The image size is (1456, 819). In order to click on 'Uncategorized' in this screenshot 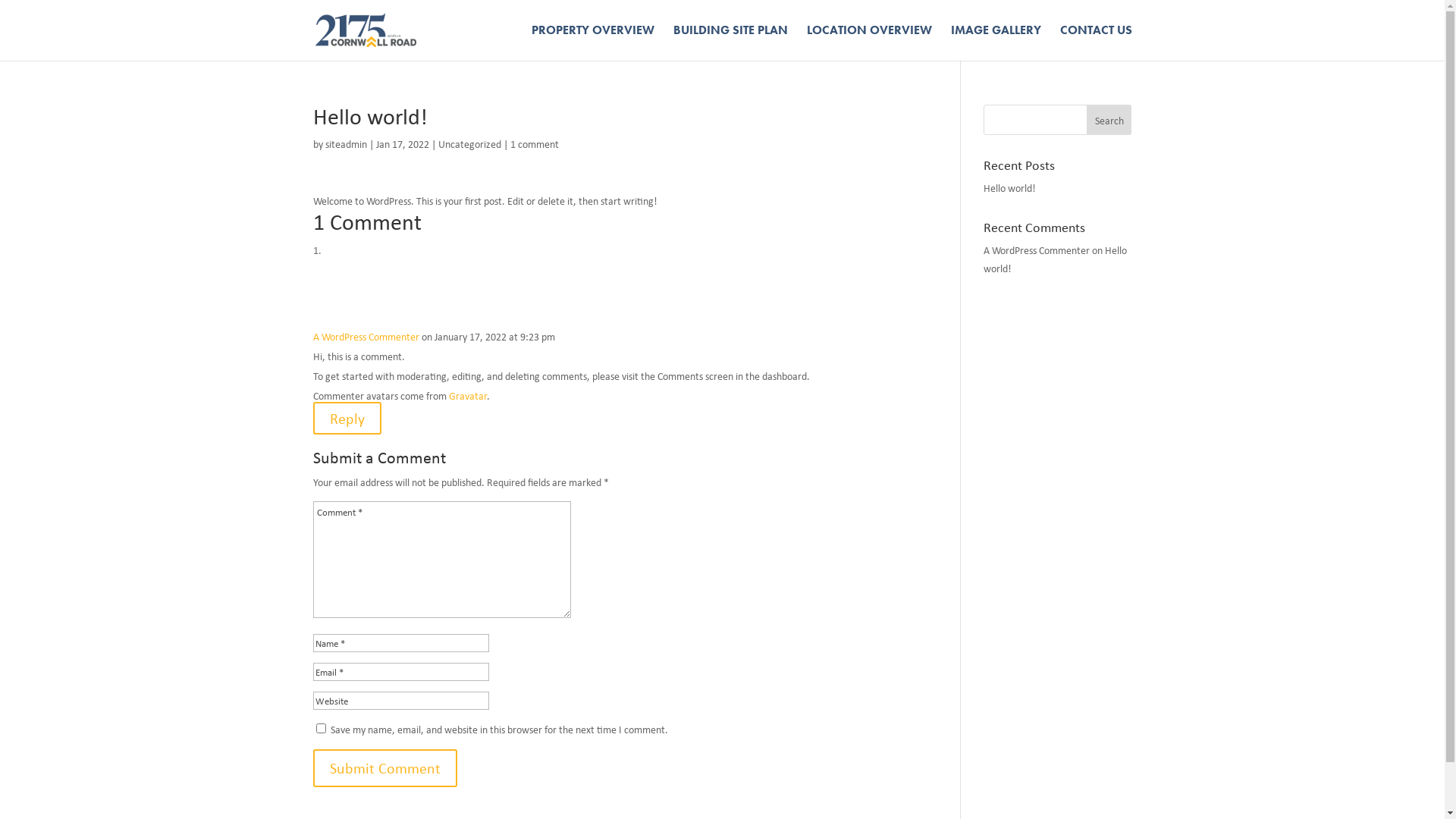, I will do `click(469, 143)`.